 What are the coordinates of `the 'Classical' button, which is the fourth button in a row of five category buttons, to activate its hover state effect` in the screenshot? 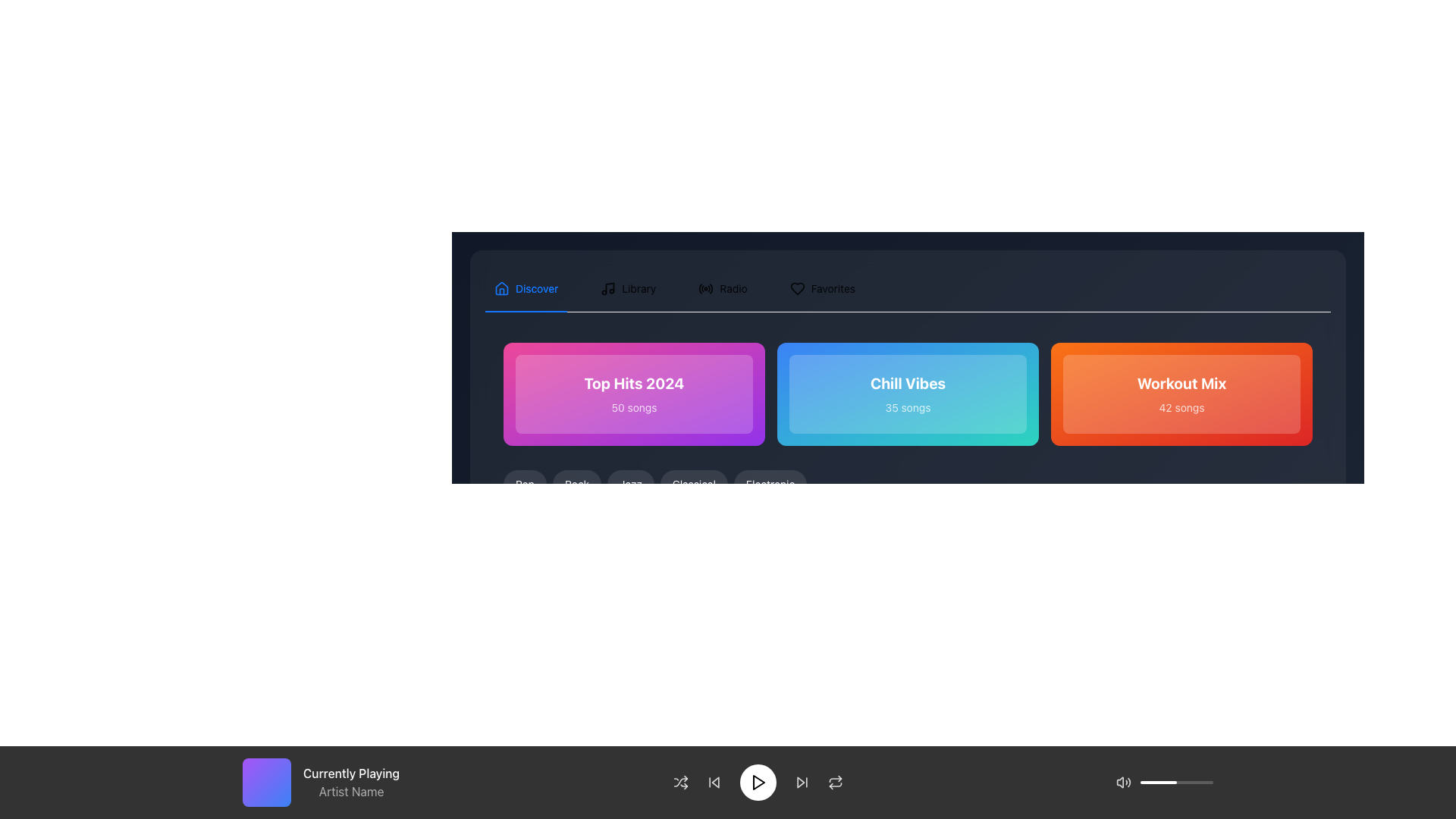 It's located at (693, 485).